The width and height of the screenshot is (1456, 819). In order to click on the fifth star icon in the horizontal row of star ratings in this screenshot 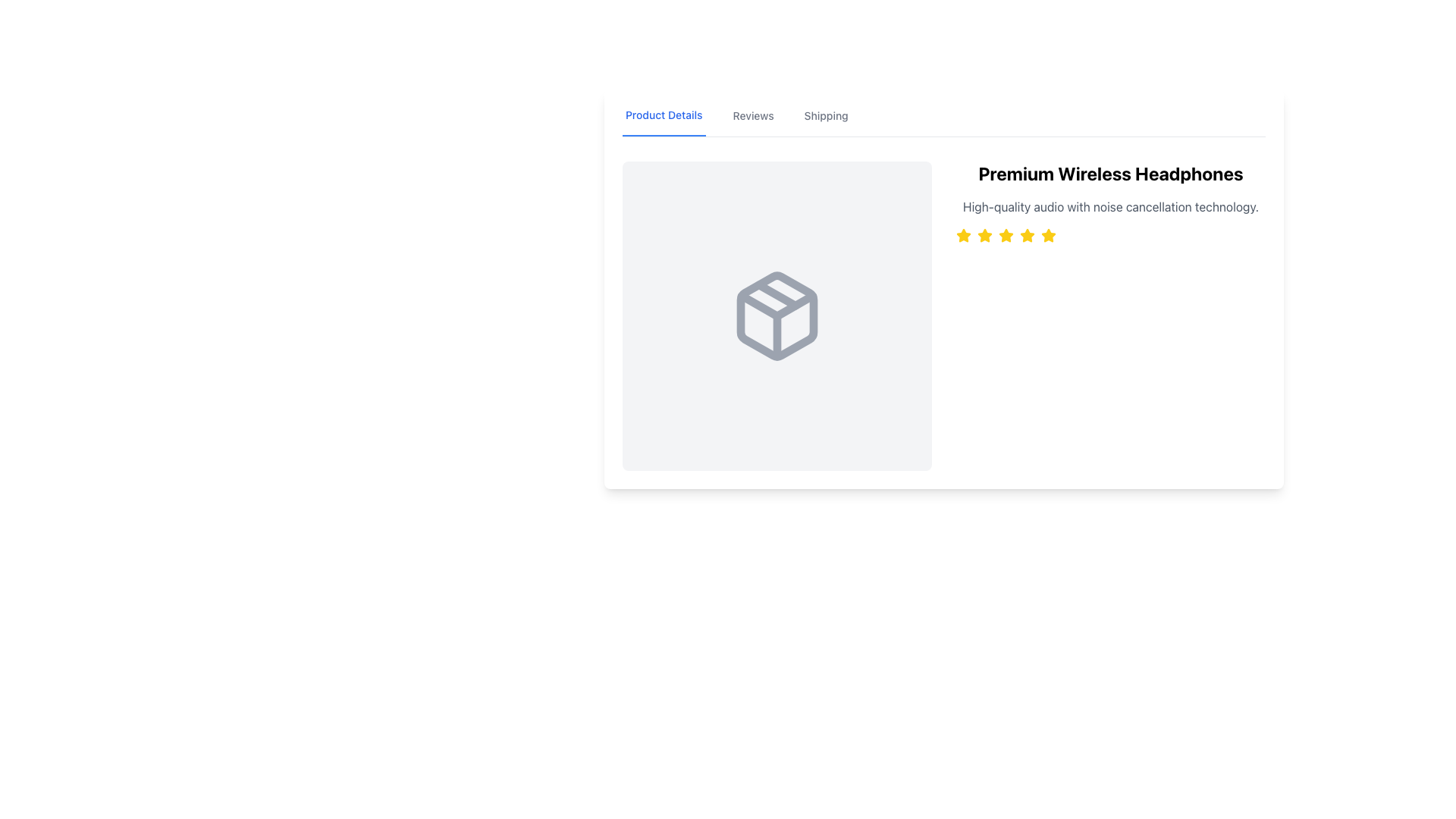, I will do `click(1047, 234)`.